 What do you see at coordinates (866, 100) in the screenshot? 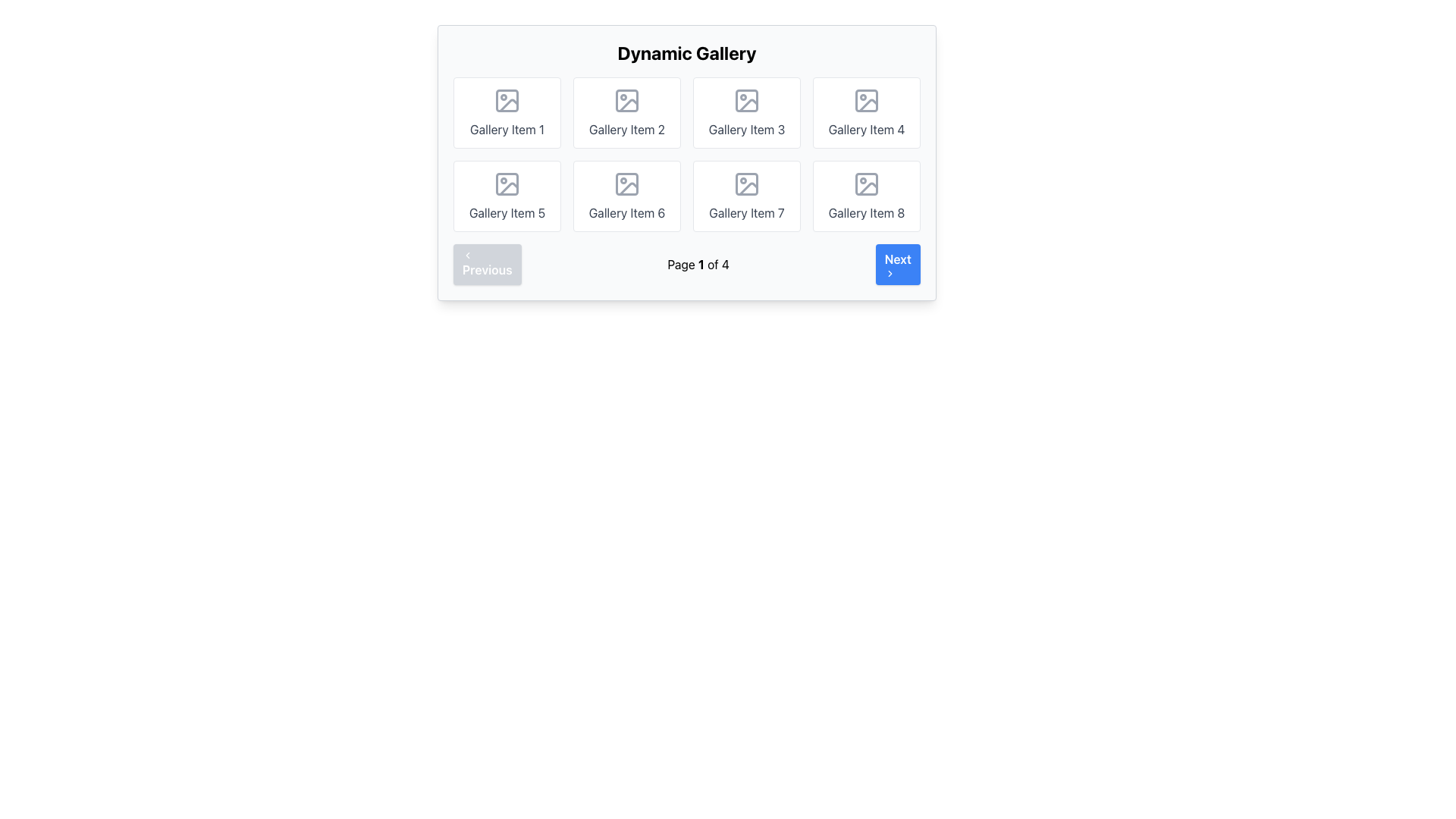
I see `the photograph icon with a mountain and sun motif located at the top-center of the 'Gallery Item 4' card in the gallery grid` at bounding box center [866, 100].